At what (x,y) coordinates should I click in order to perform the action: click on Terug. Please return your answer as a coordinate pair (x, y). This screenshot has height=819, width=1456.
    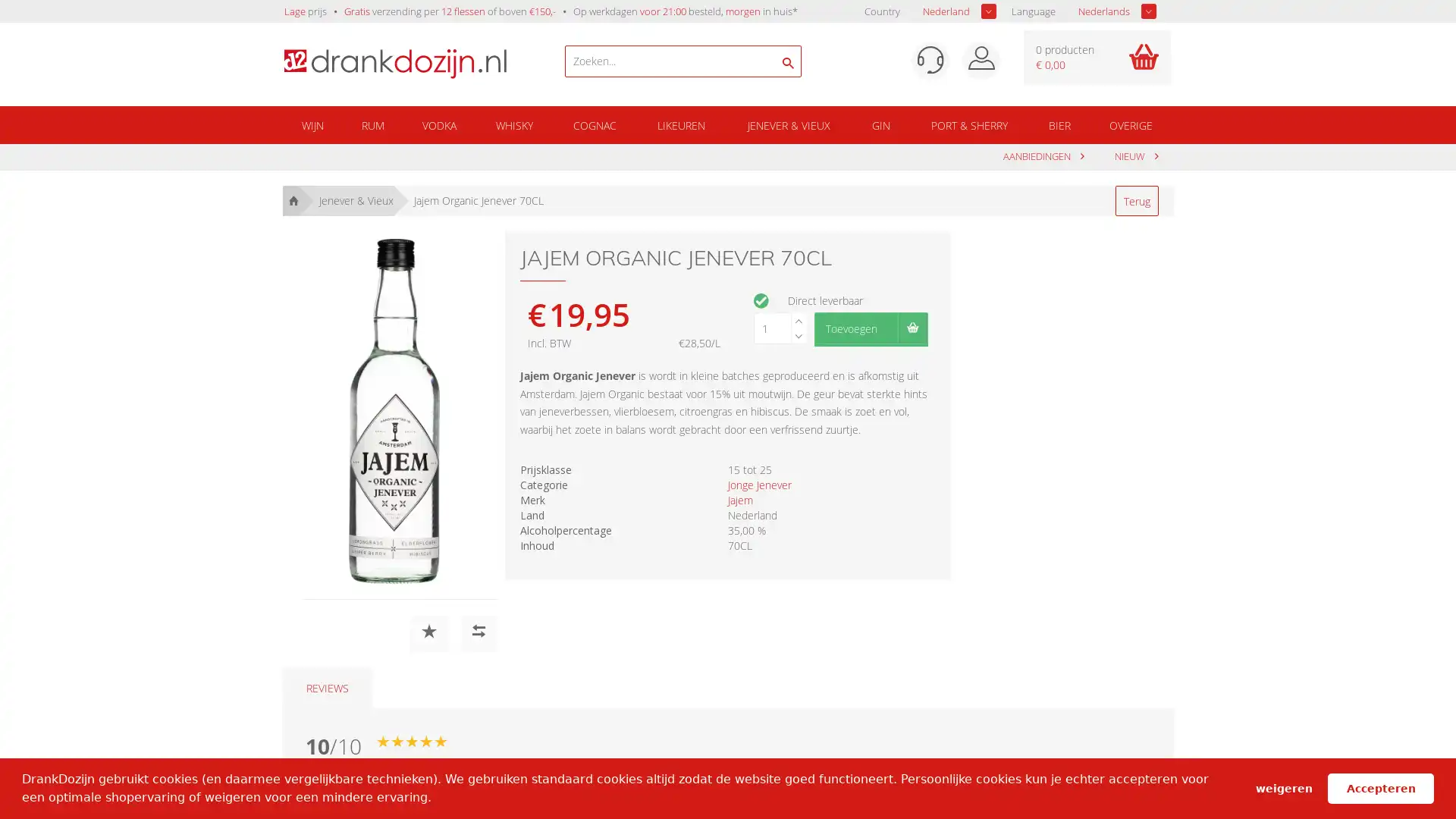
    Looking at the image, I should click on (1136, 200).